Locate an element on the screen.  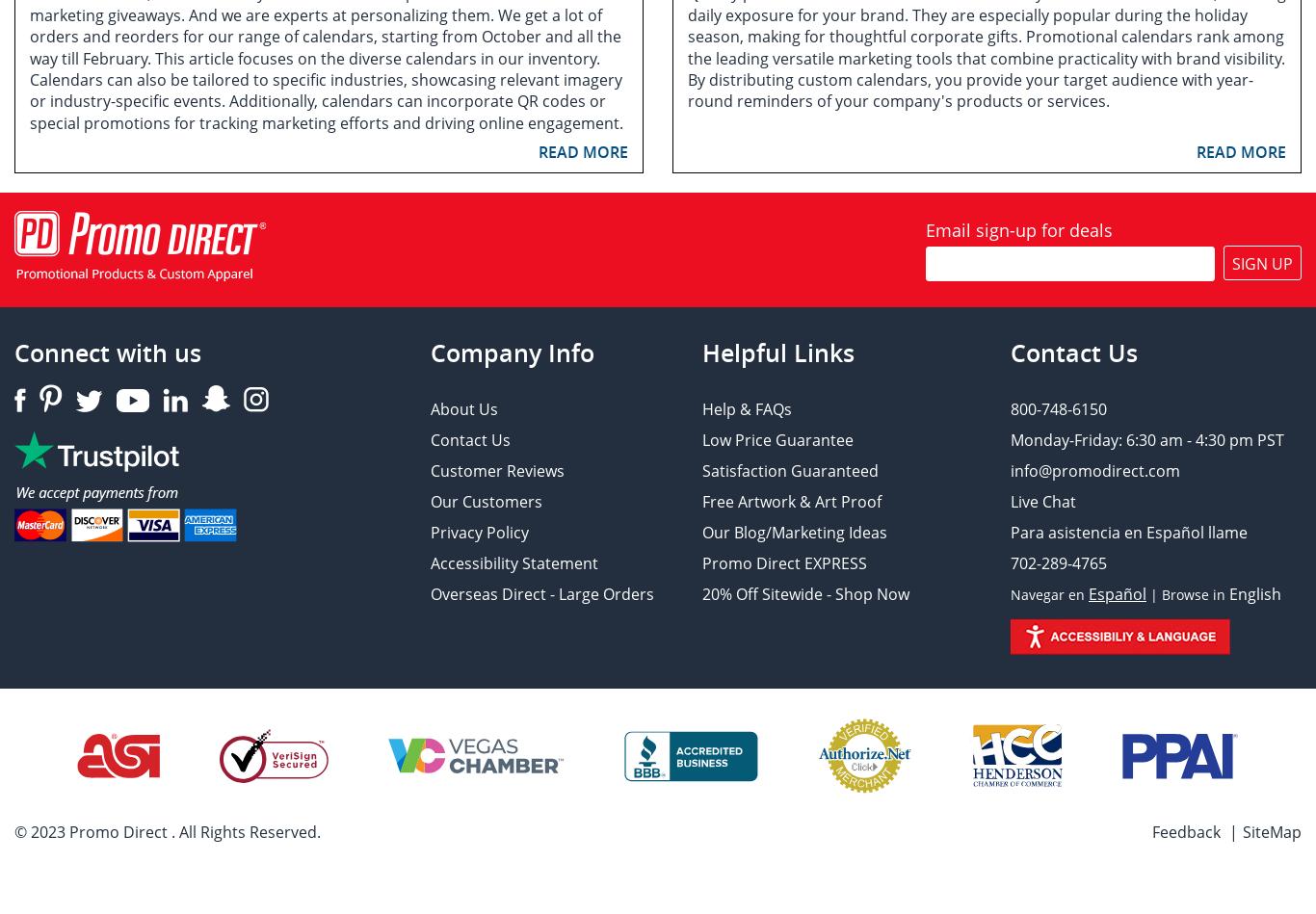
'Free Artwork & Art Proof' is located at coordinates (791, 501).